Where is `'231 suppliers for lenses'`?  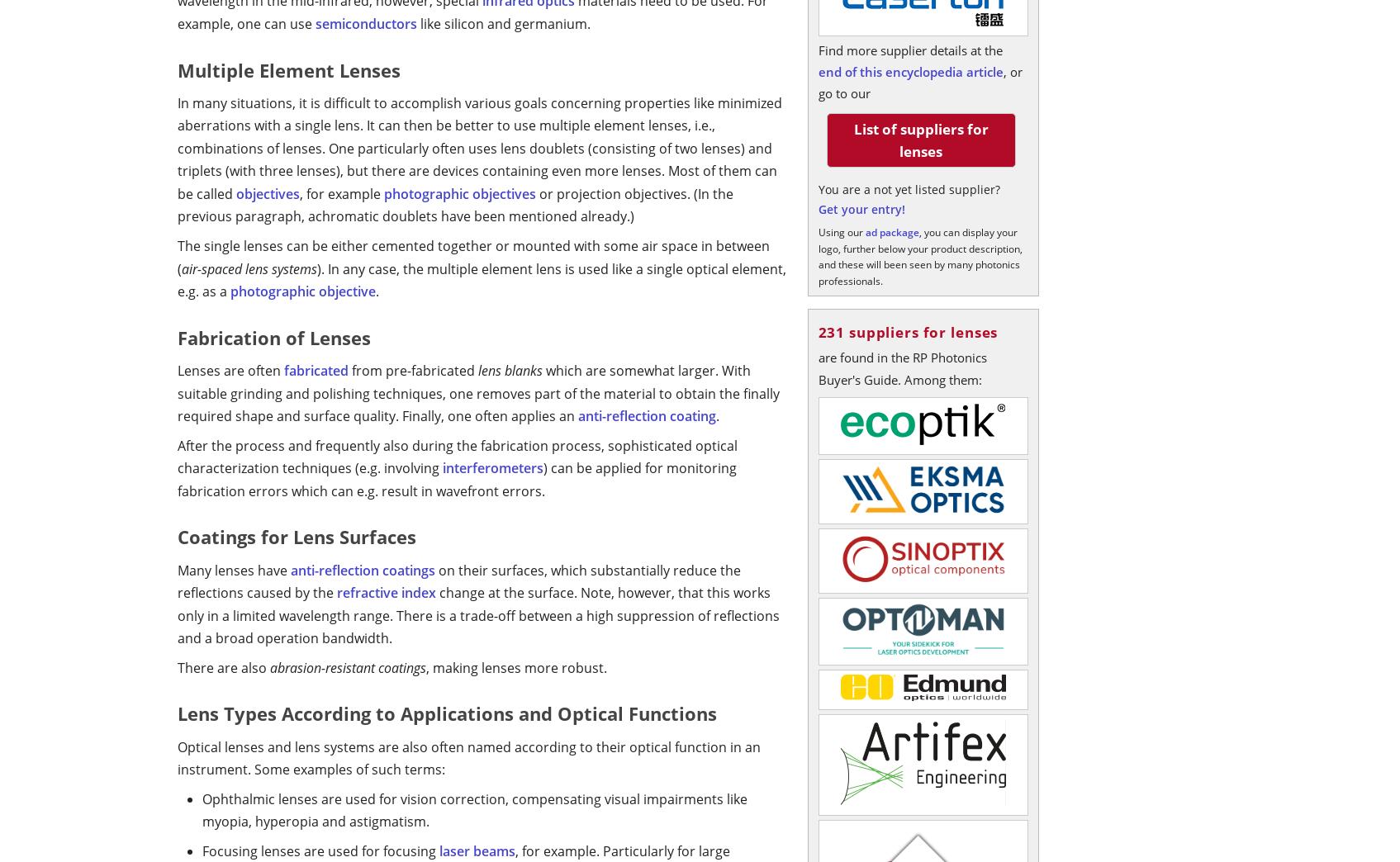
'231 suppliers for lenses' is located at coordinates (817, 331).